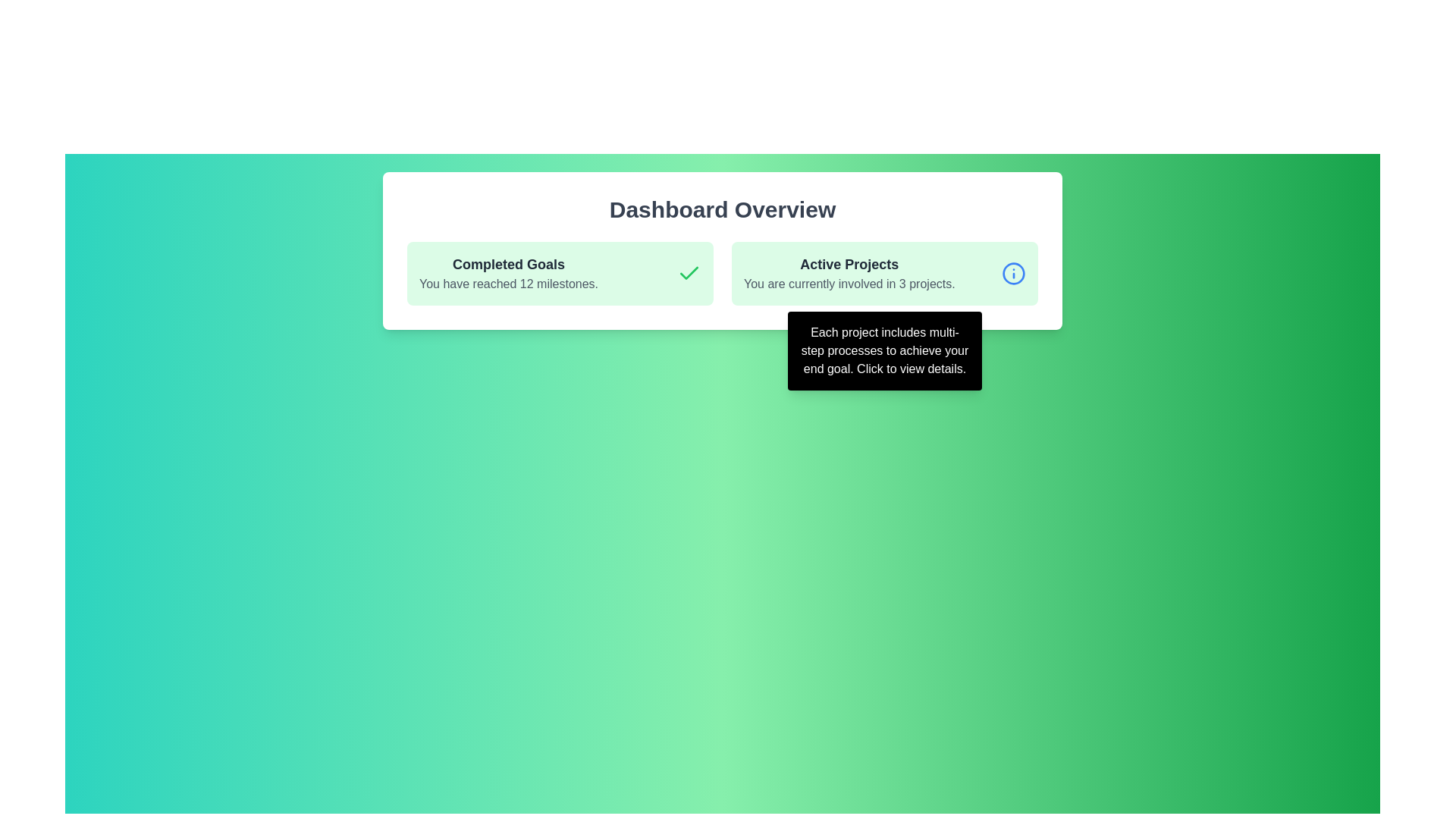 This screenshot has width=1456, height=819. What do you see at coordinates (849, 263) in the screenshot?
I see `the static text header that indicates the section for details about active projects, which is located above the phrase 'You are currently involved in 3 projects.'` at bounding box center [849, 263].